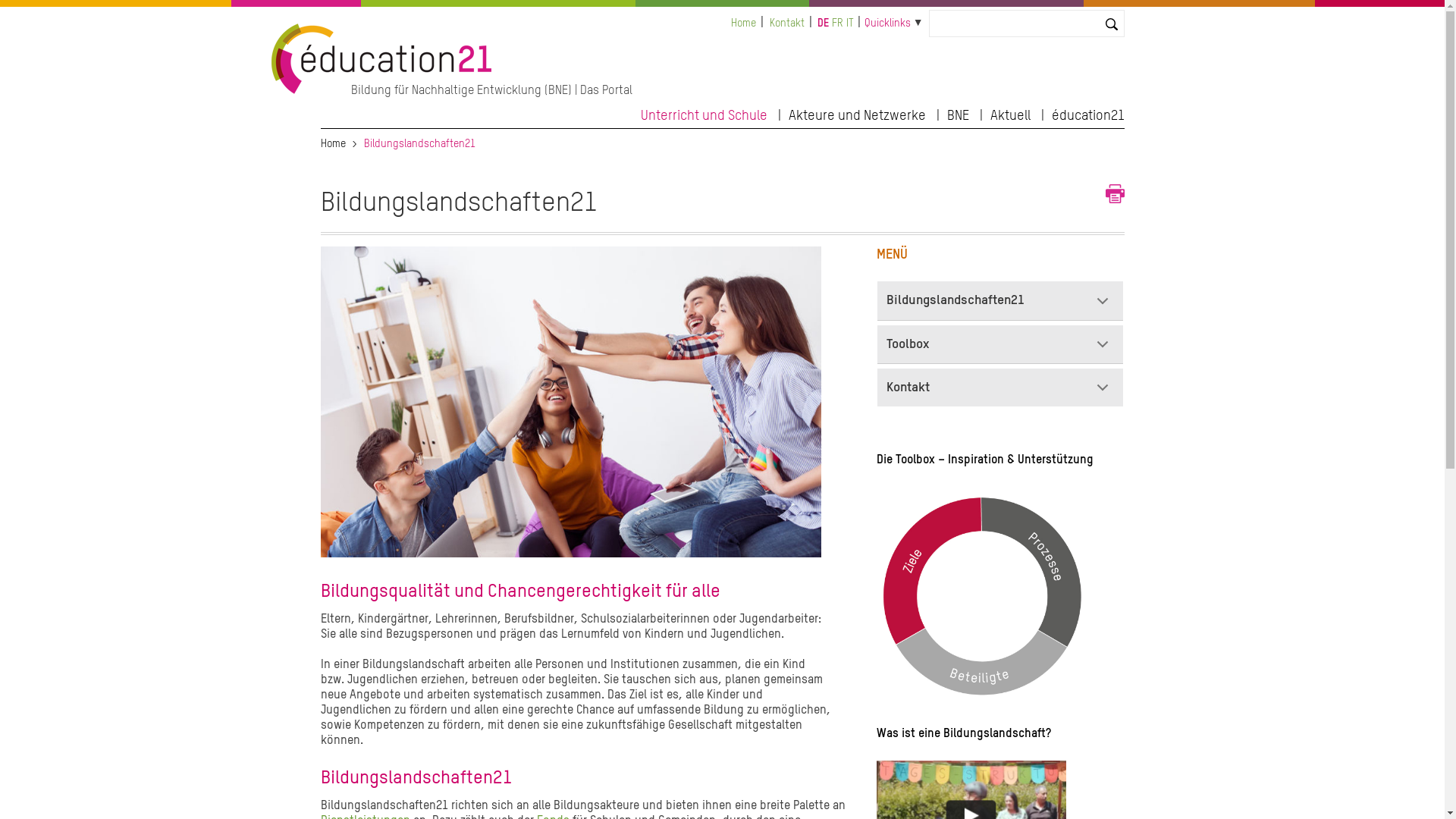 The width and height of the screenshot is (1456, 819). Describe the element at coordinates (1000, 386) in the screenshot. I see `'Kontakt'` at that location.